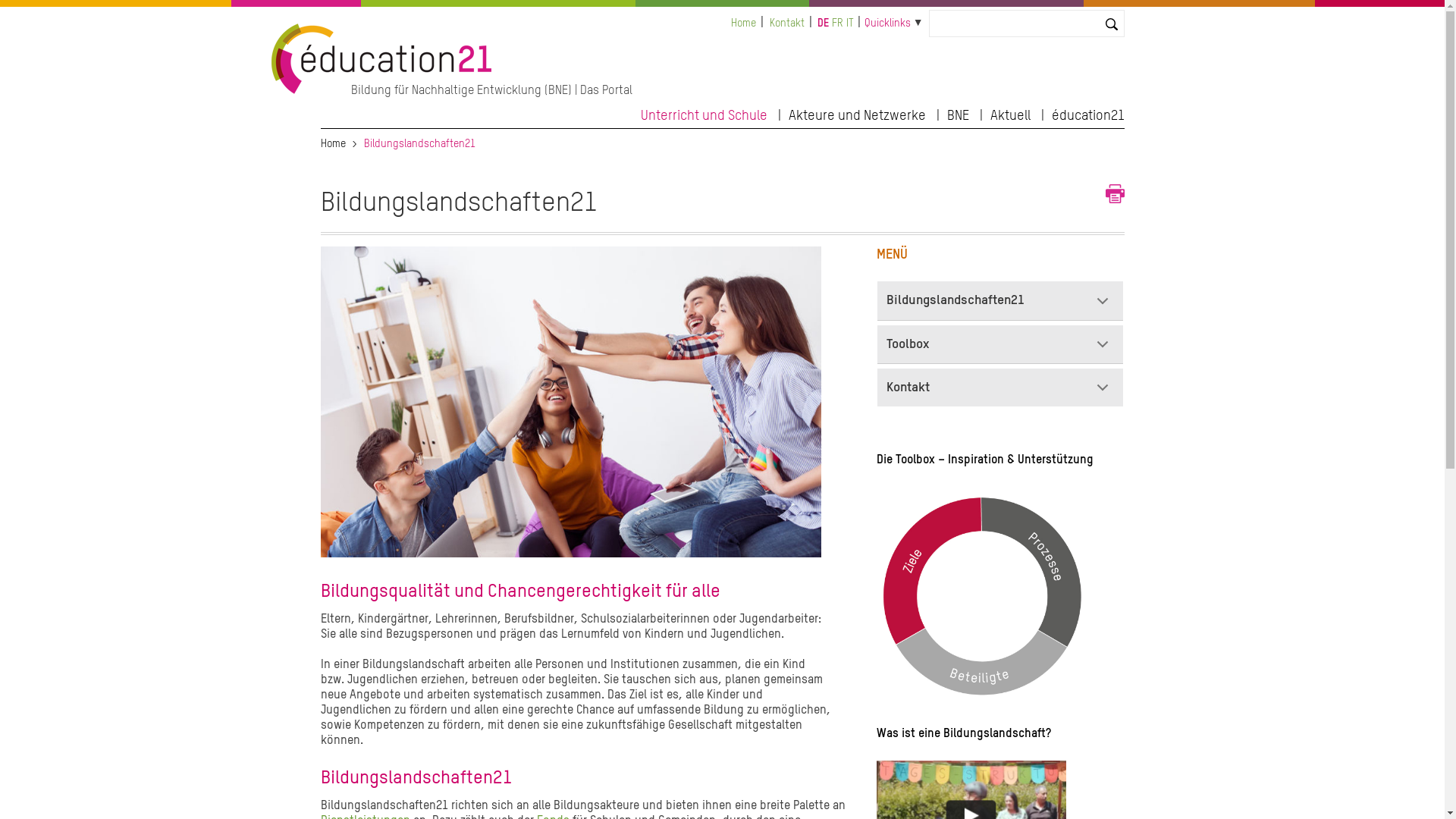 The width and height of the screenshot is (1456, 819). Describe the element at coordinates (1000, 386) in the screenshot. I see `'Kontakt'` at that location.